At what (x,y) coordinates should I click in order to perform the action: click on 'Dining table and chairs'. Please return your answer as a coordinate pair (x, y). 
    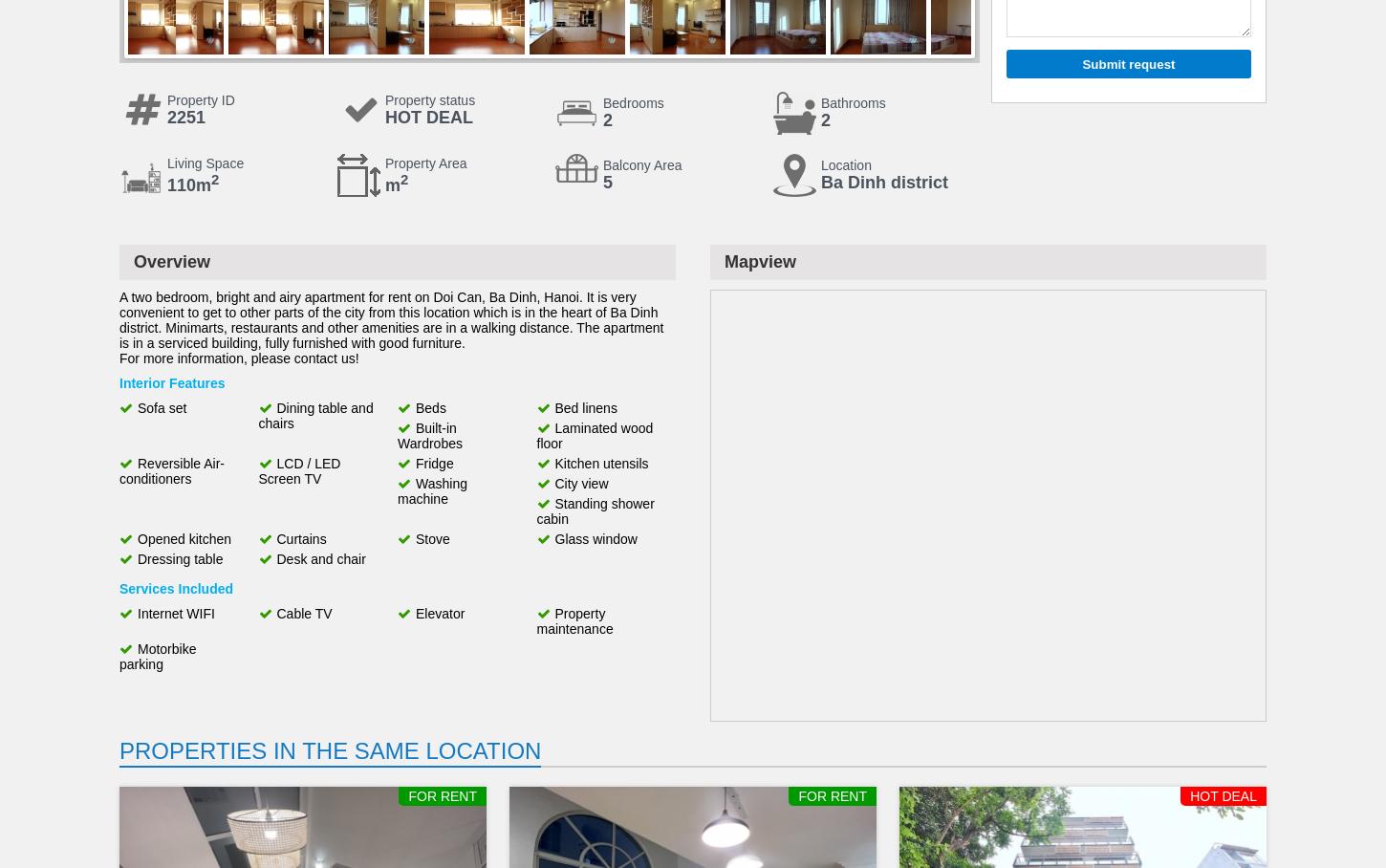
    Looking at the image, I should click on (315, 416).